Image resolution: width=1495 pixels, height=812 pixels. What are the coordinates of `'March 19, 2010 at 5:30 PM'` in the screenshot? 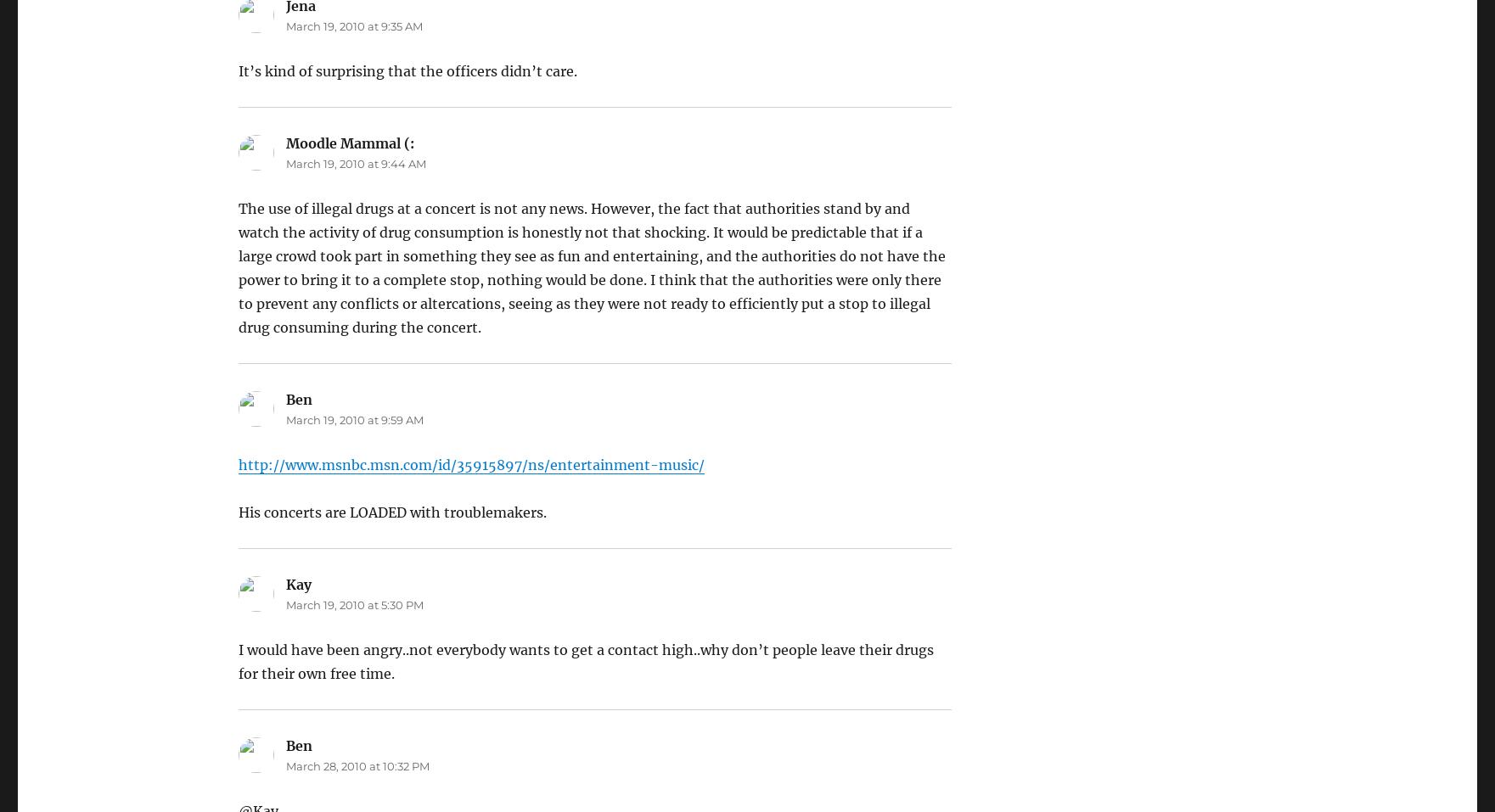 It's located at (353, 604).